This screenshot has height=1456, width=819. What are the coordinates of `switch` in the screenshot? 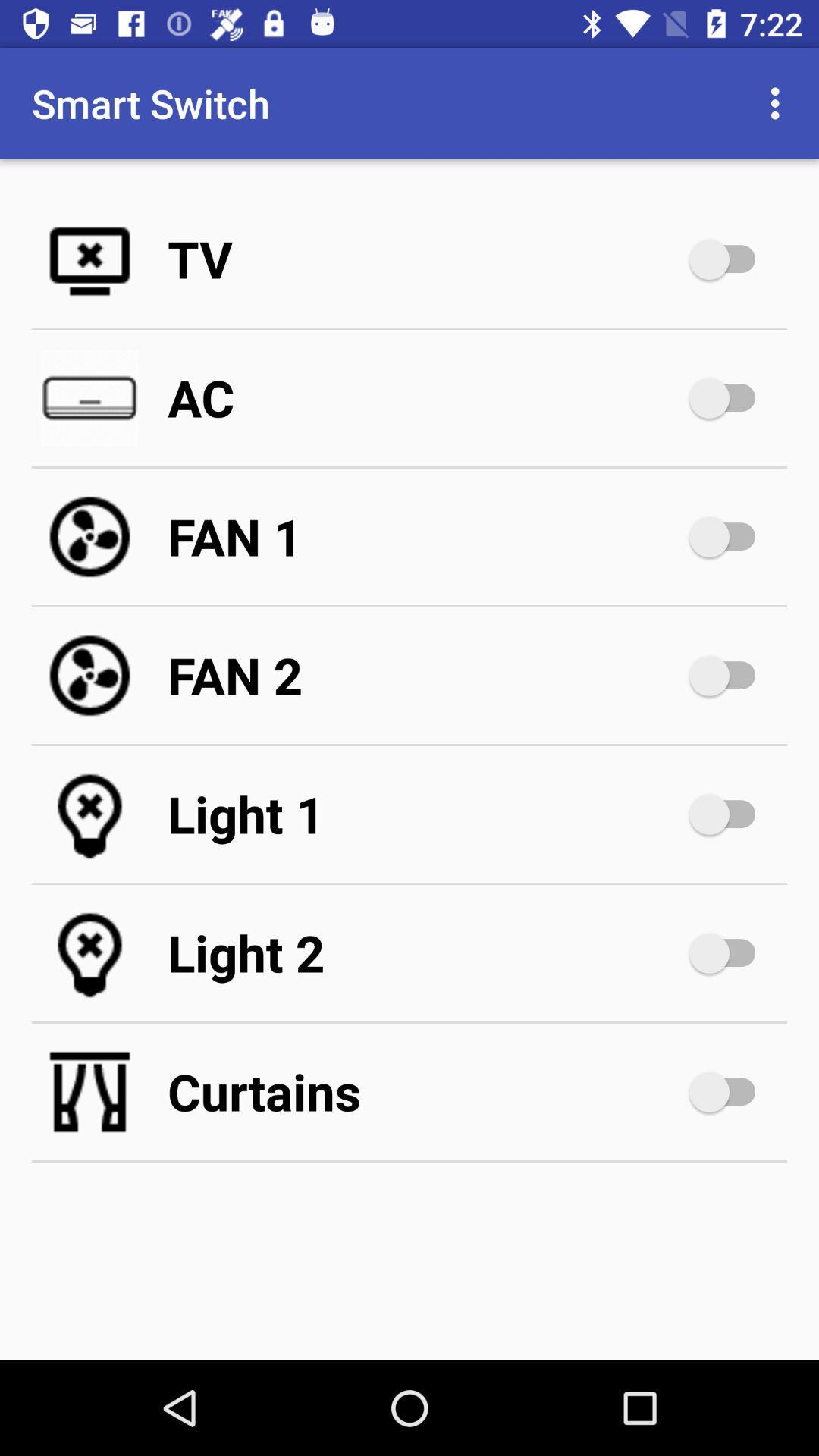 It's located at (729, 1092).